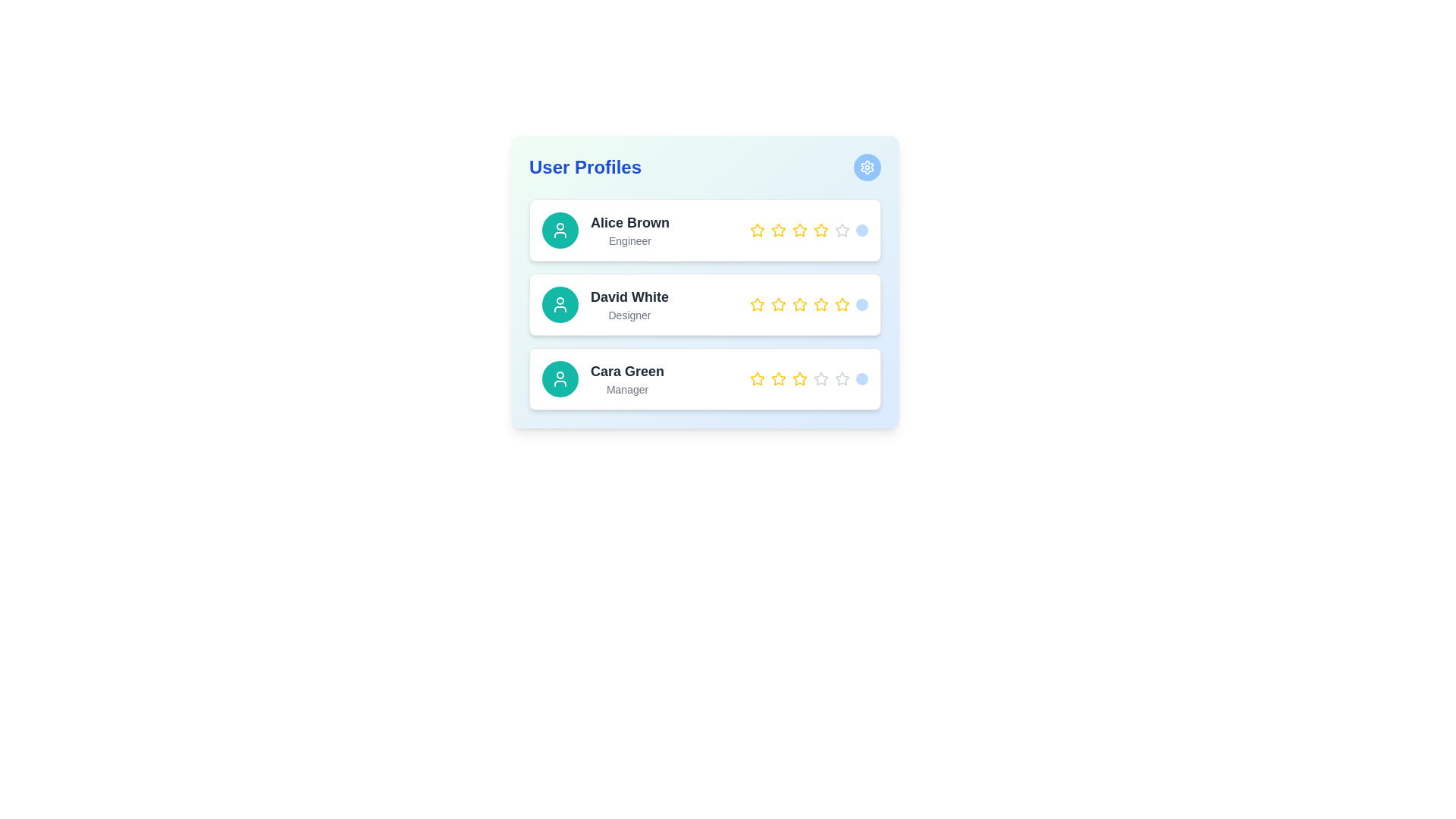 The width and height of the screenshot is (1456, 819). I want to click on the leftmost star-shaped icon (yellow fill with subtle border) in the rating system under the 'David White' profile, so click(757, 304).